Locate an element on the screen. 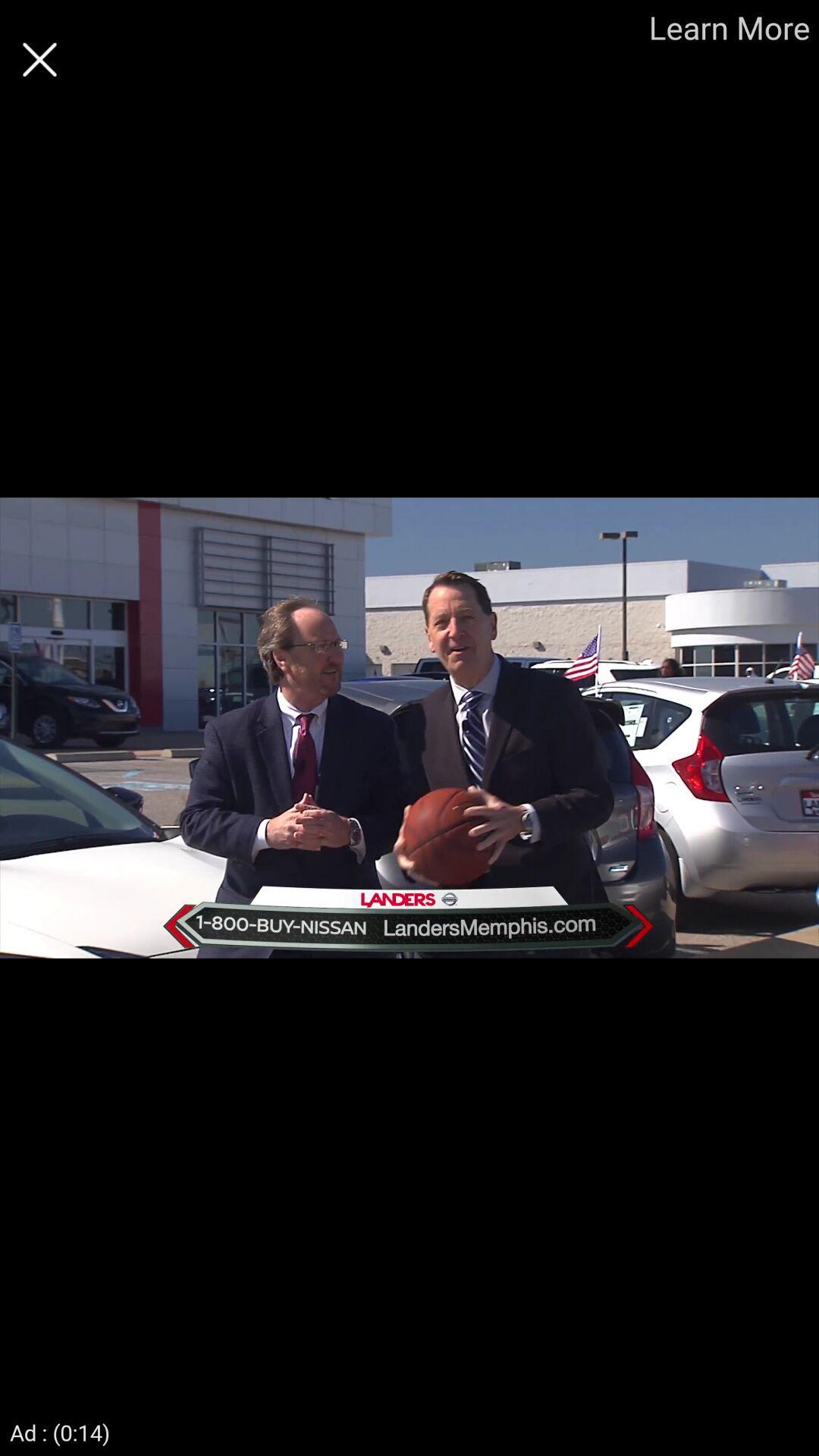 Image resolution: width=819 pixels, height=1456 pixels. exit out is located at coordinates (39, 59).